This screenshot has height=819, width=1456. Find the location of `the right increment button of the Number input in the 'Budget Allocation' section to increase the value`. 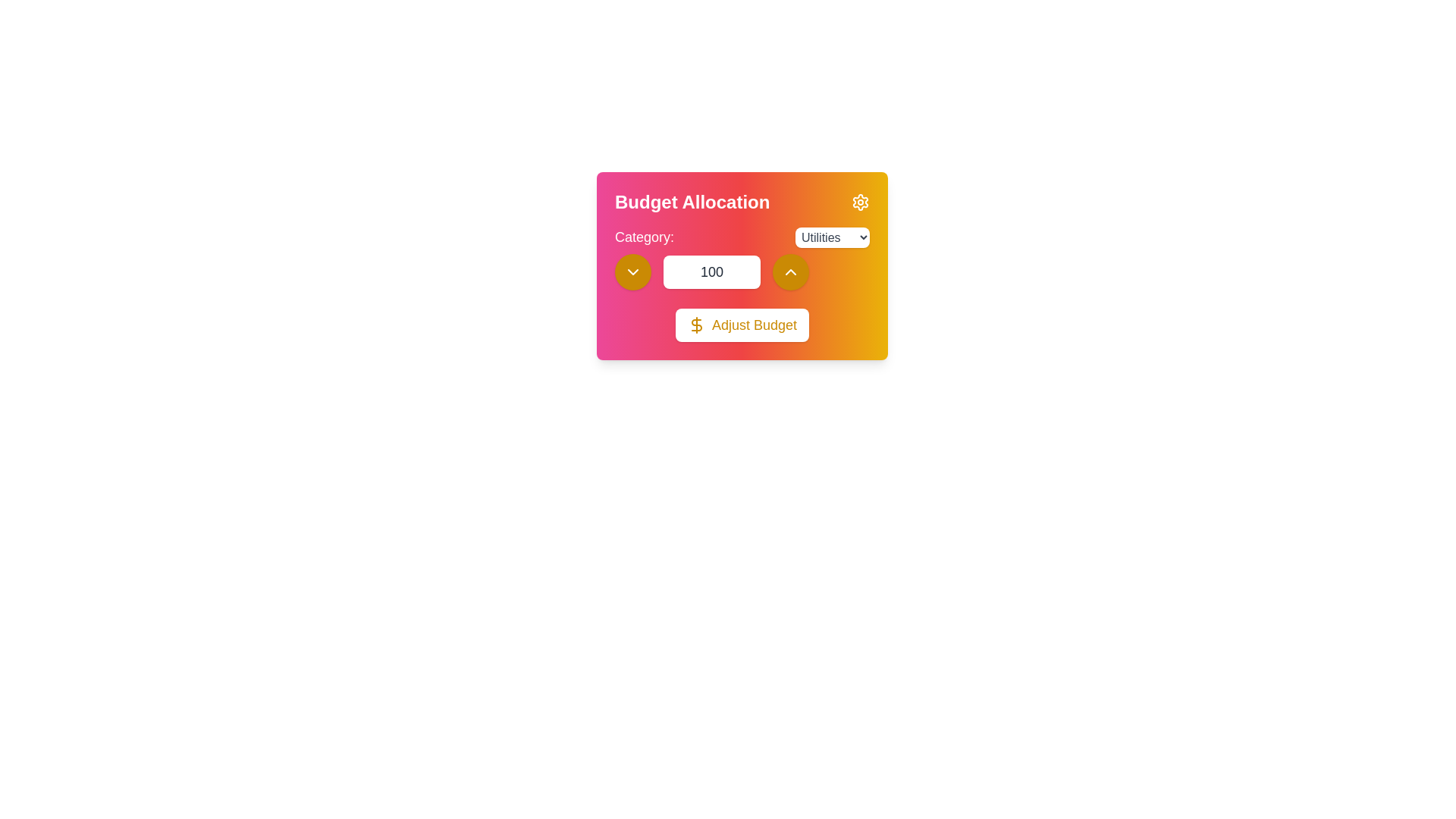

the right increment button of the Number input in the 'Budget Allocation' section to increase the value is located at coordinates (742, 271).